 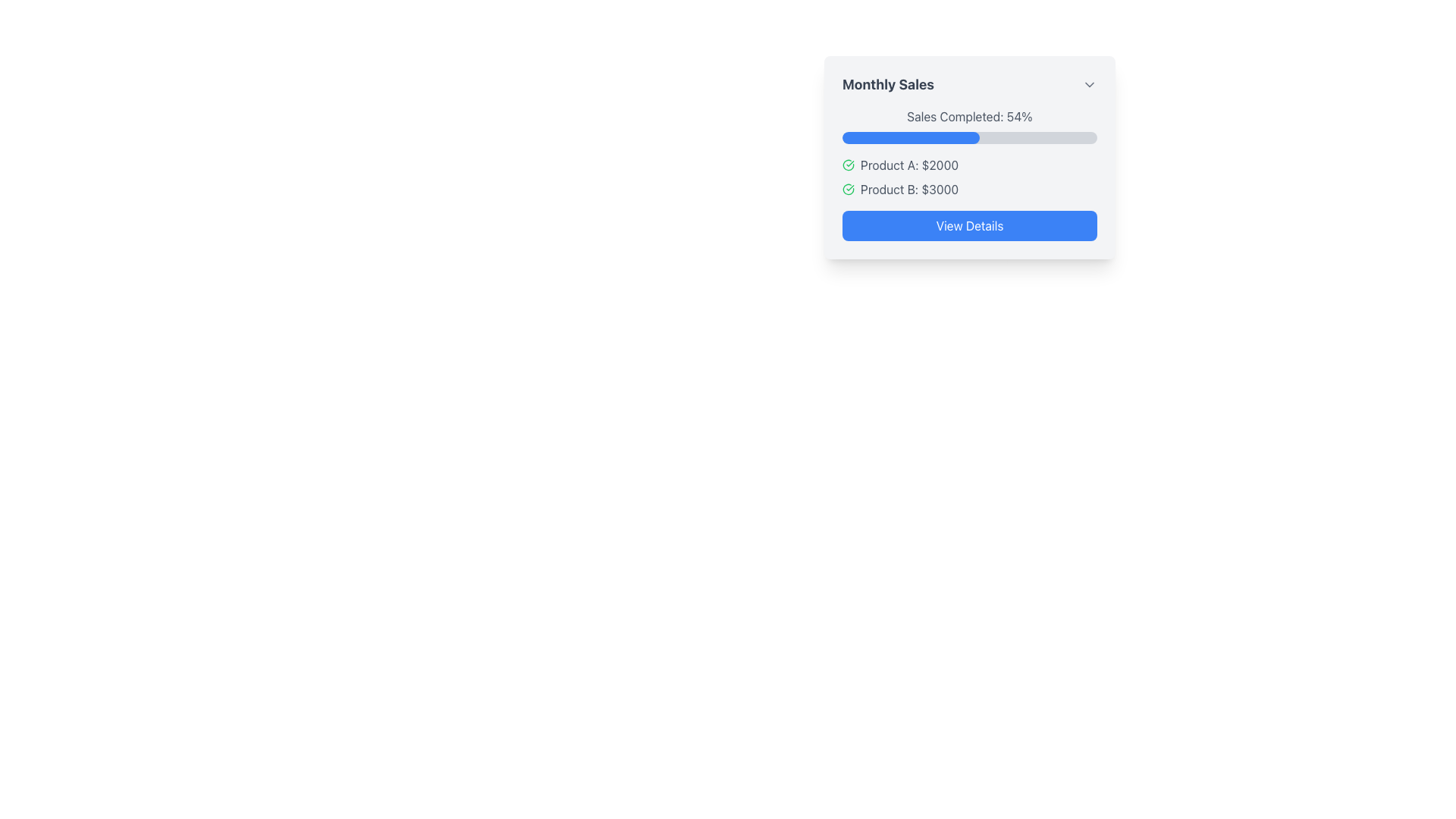 What do you see at coordinates (847, 189) in the screenshot?
I see `the small, green circular icon with a checkmark located to the left of 'Product B: $3000' in the 'Monthly Sales' section, specifically in the second row of the item list` at bounding box center [847, 189].